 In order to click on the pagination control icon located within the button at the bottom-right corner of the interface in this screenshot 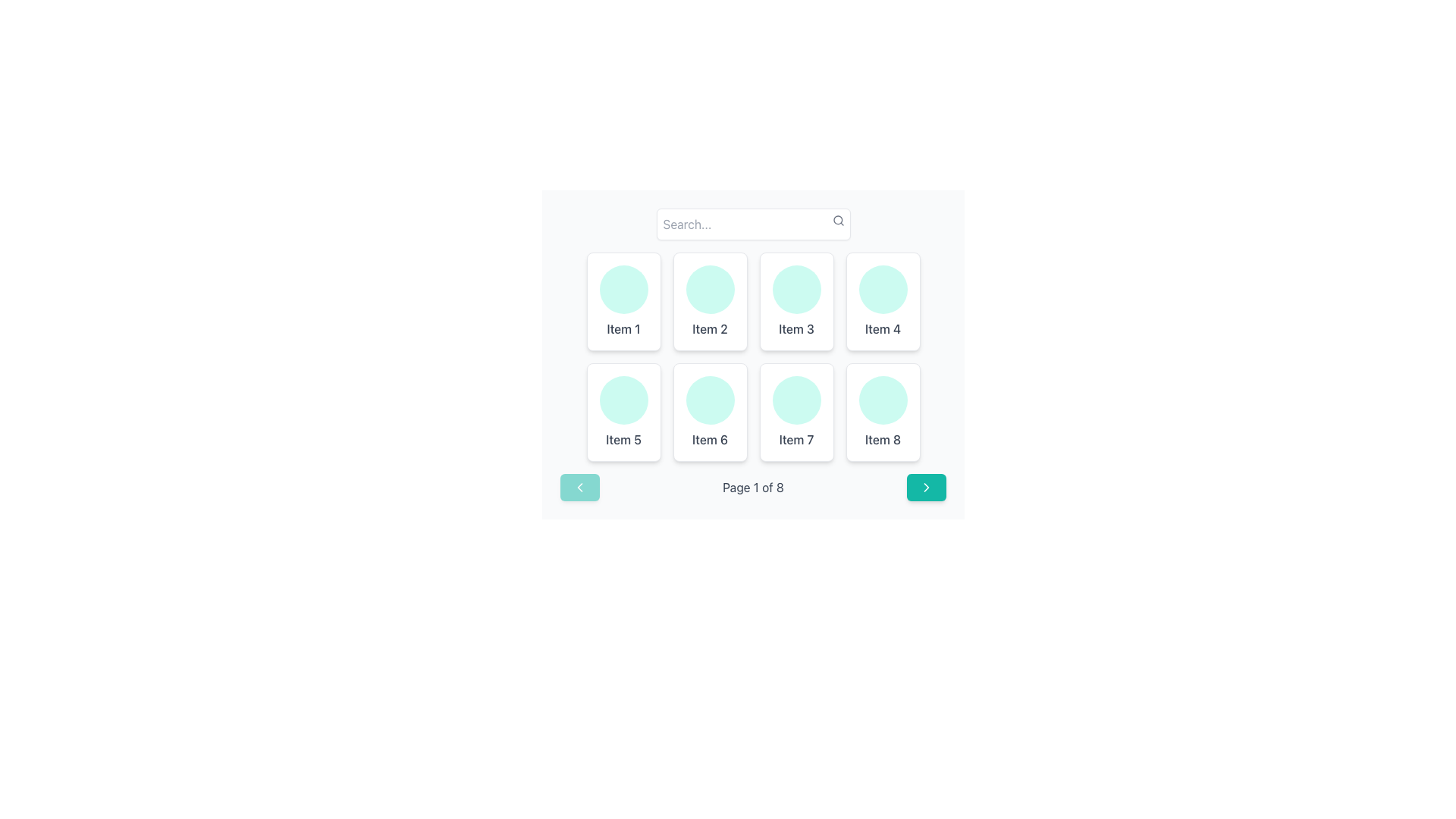, I will do `click(926, 488)`.